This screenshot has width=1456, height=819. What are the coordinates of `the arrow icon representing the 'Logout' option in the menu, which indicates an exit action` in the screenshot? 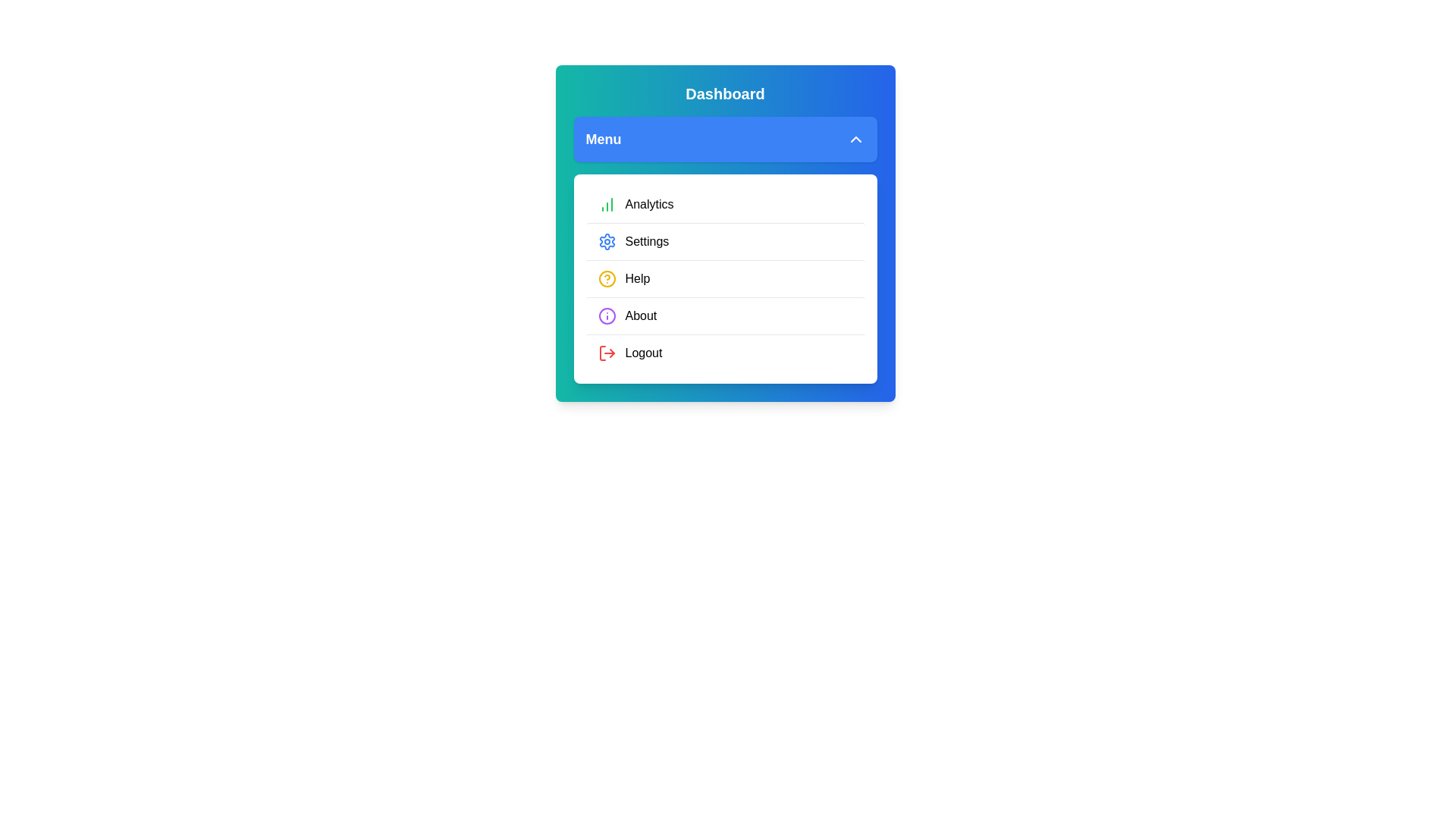 It's located at (611, 353).